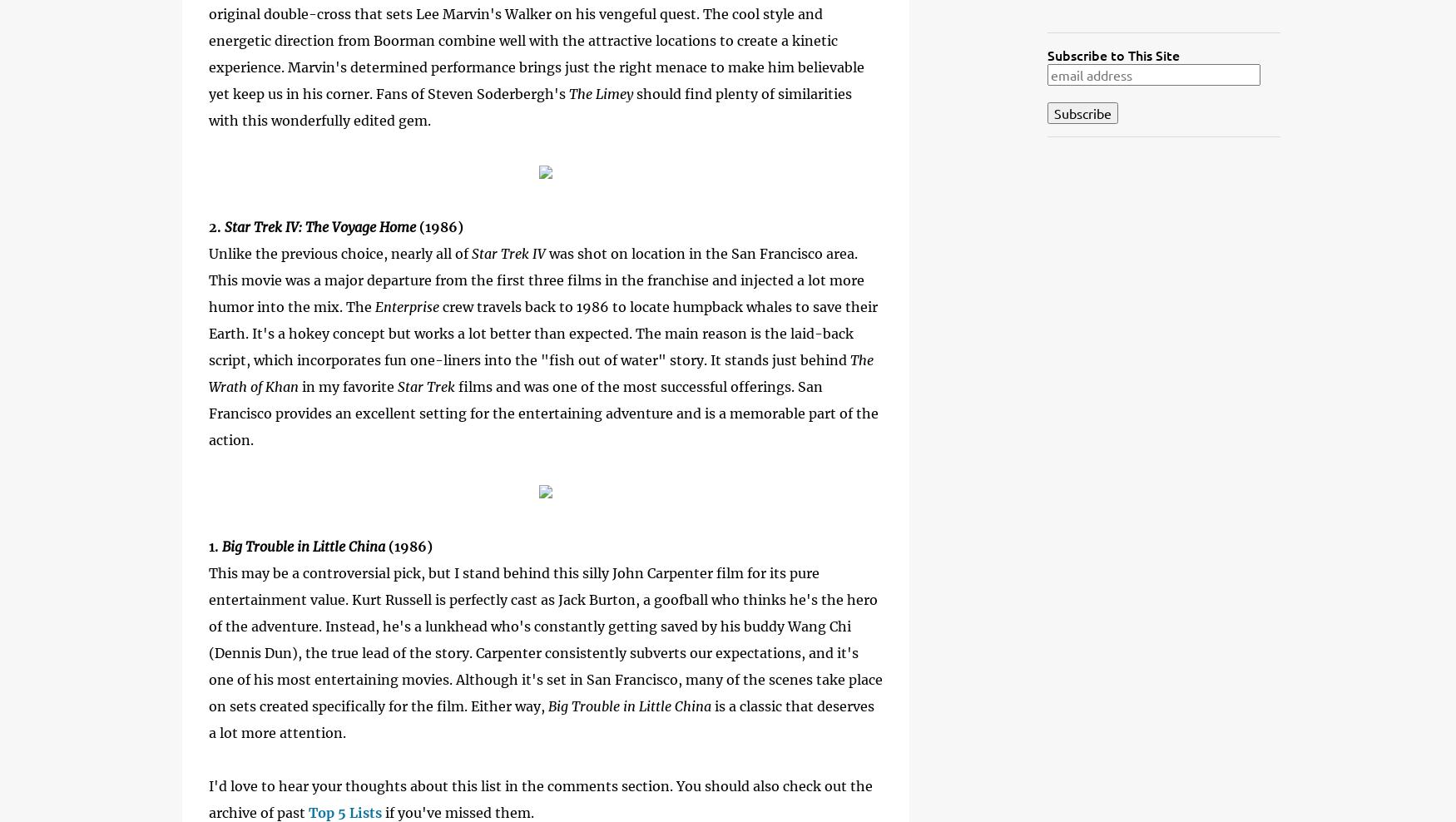 The height and width of the screenshot is (822, 1456). Describe the element at coordinates (208, 333) in the screenshot. I see `'crew travels back to 1986 to locate humpback whales to save their Earth. It's a hokey concept but works a lot better than expected. The main reason is the laid-back script, which incorporates fun one-liners into the "fish out of water" story. It stands just behind'` at that location.